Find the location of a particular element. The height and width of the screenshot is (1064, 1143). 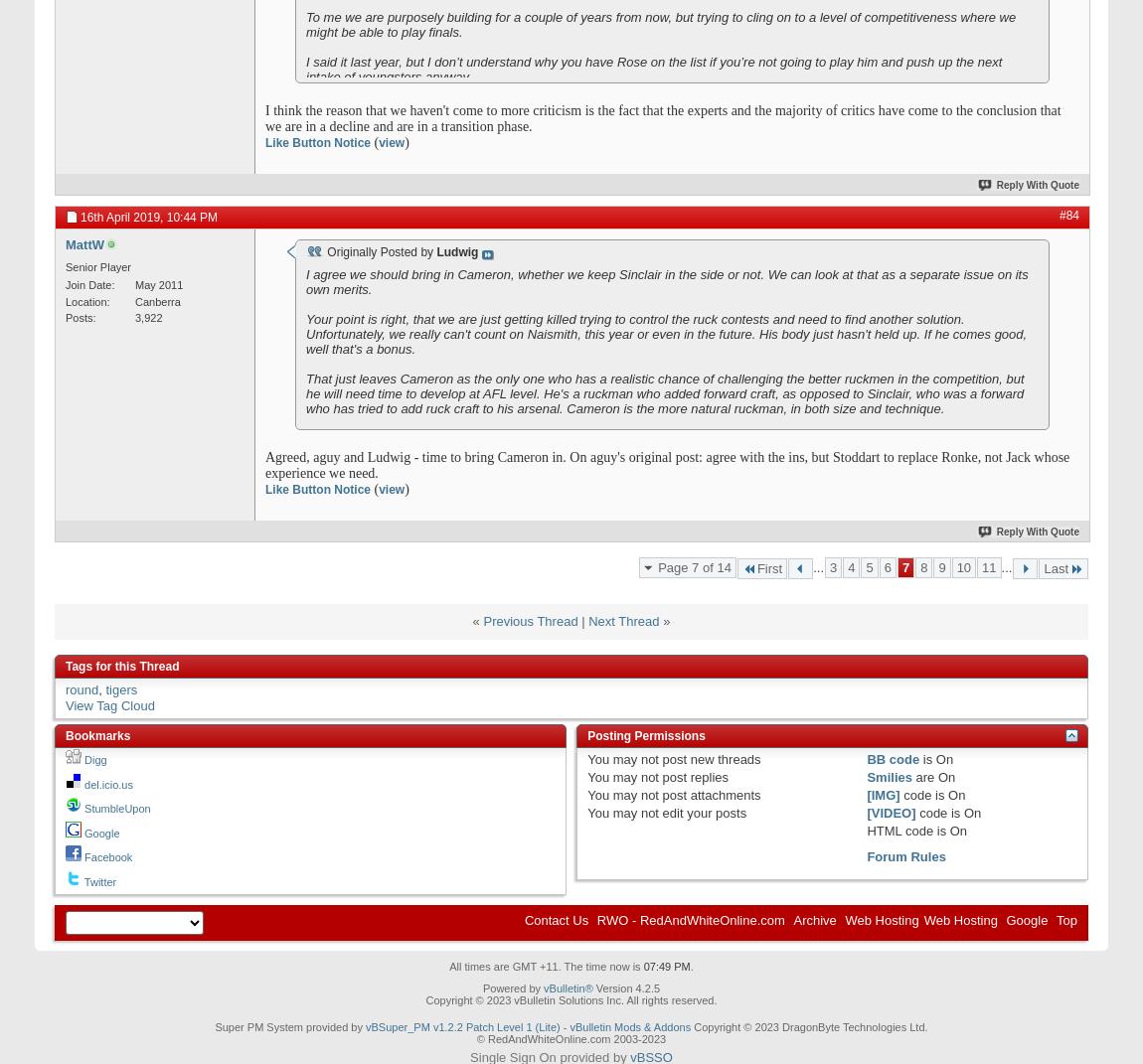

'[IMG]' is located at coordinates (883, 794).